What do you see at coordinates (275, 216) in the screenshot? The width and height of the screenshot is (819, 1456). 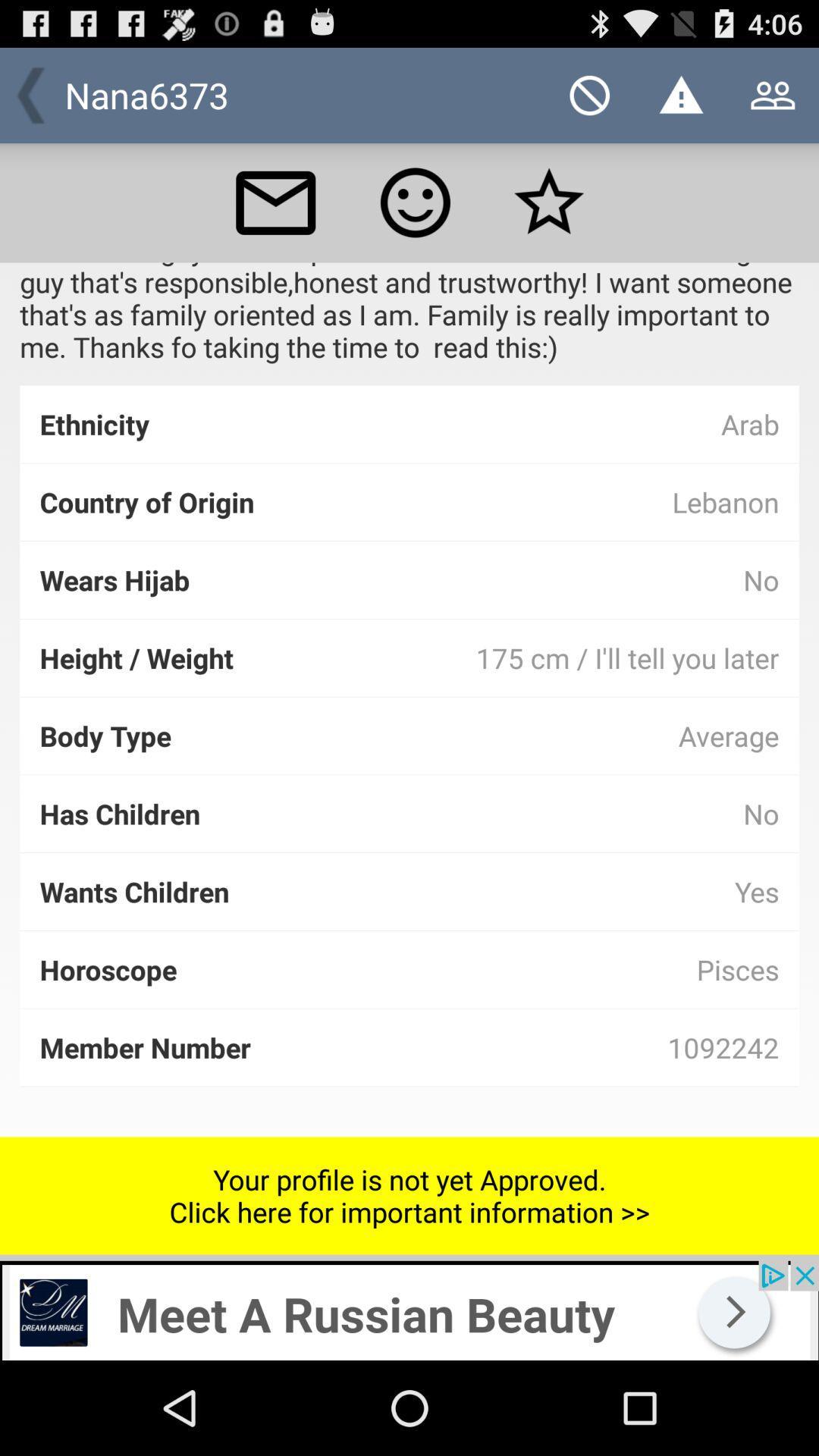 I see `the email icon` at bounding box center [275, 216].